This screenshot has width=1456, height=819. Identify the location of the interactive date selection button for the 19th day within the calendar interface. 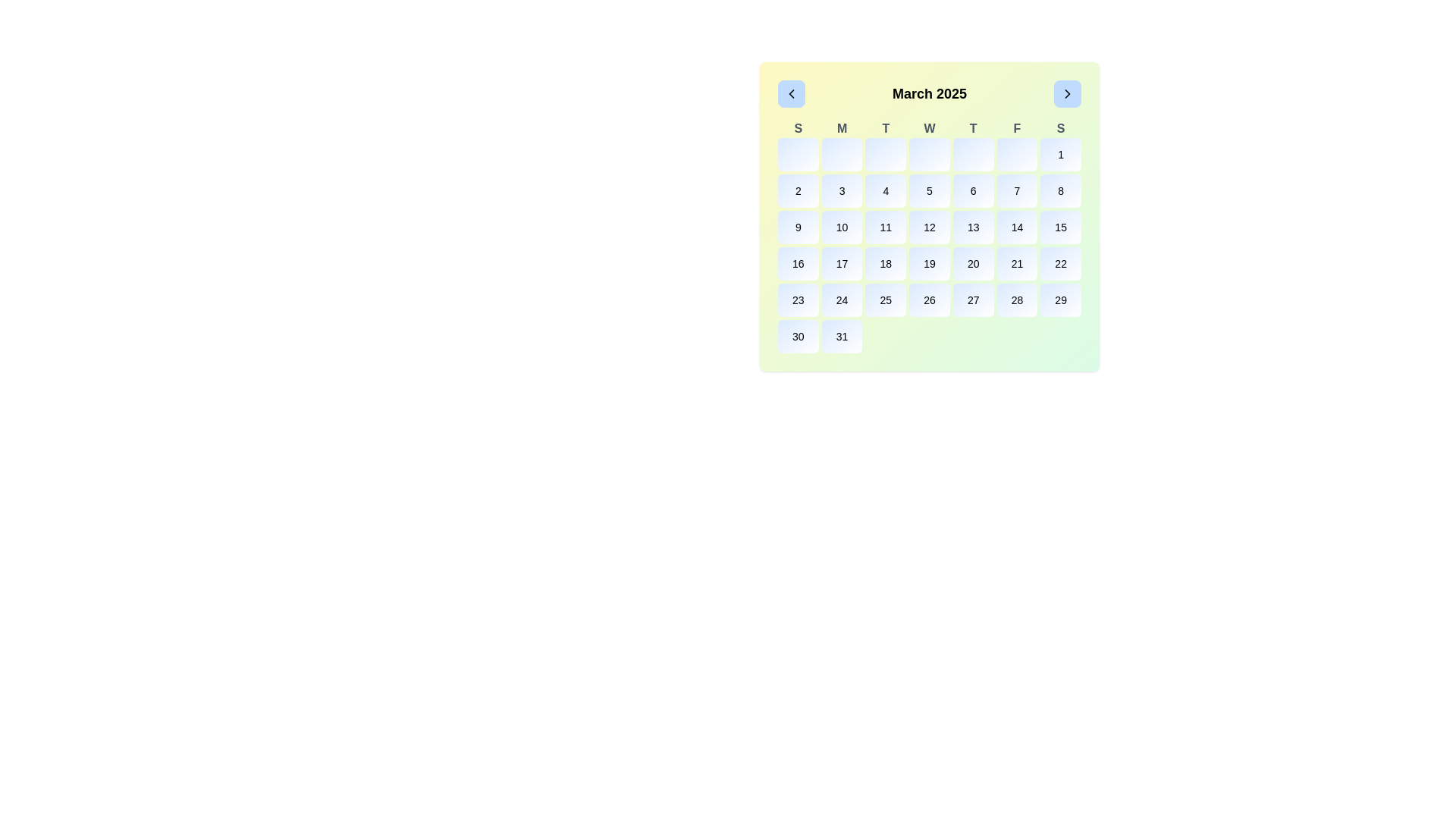
(928, 262).